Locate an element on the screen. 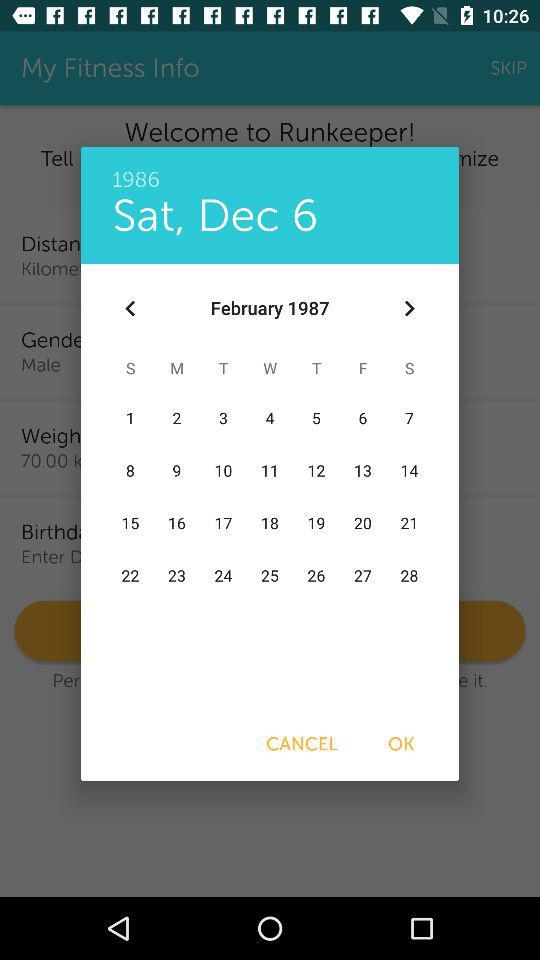 The width and height of the screenshot is (540, 960). icon at the bottom is located at coordinates (301, 743).